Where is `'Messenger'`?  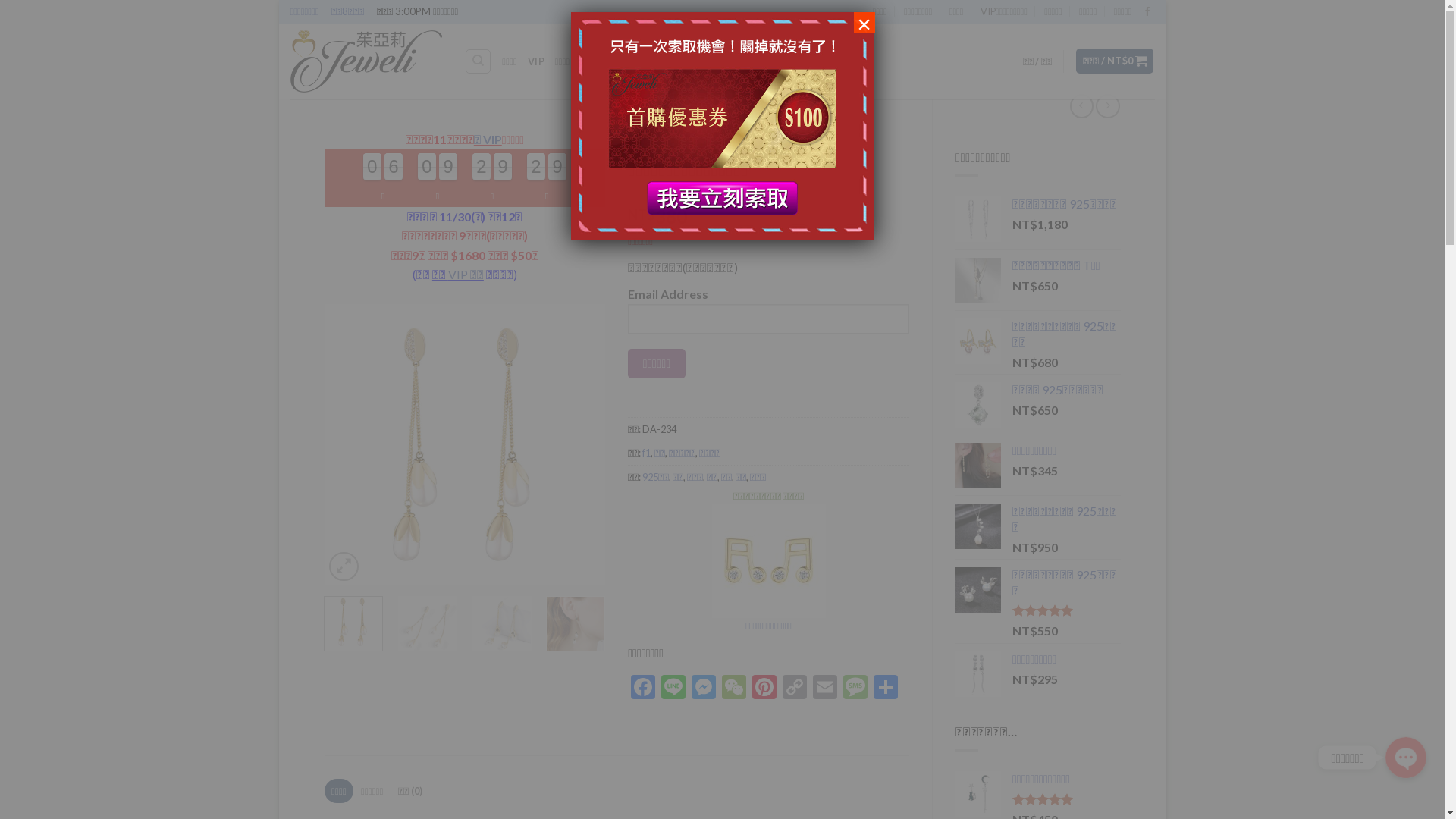
'Messenger' is located at coordinates (687, 688).